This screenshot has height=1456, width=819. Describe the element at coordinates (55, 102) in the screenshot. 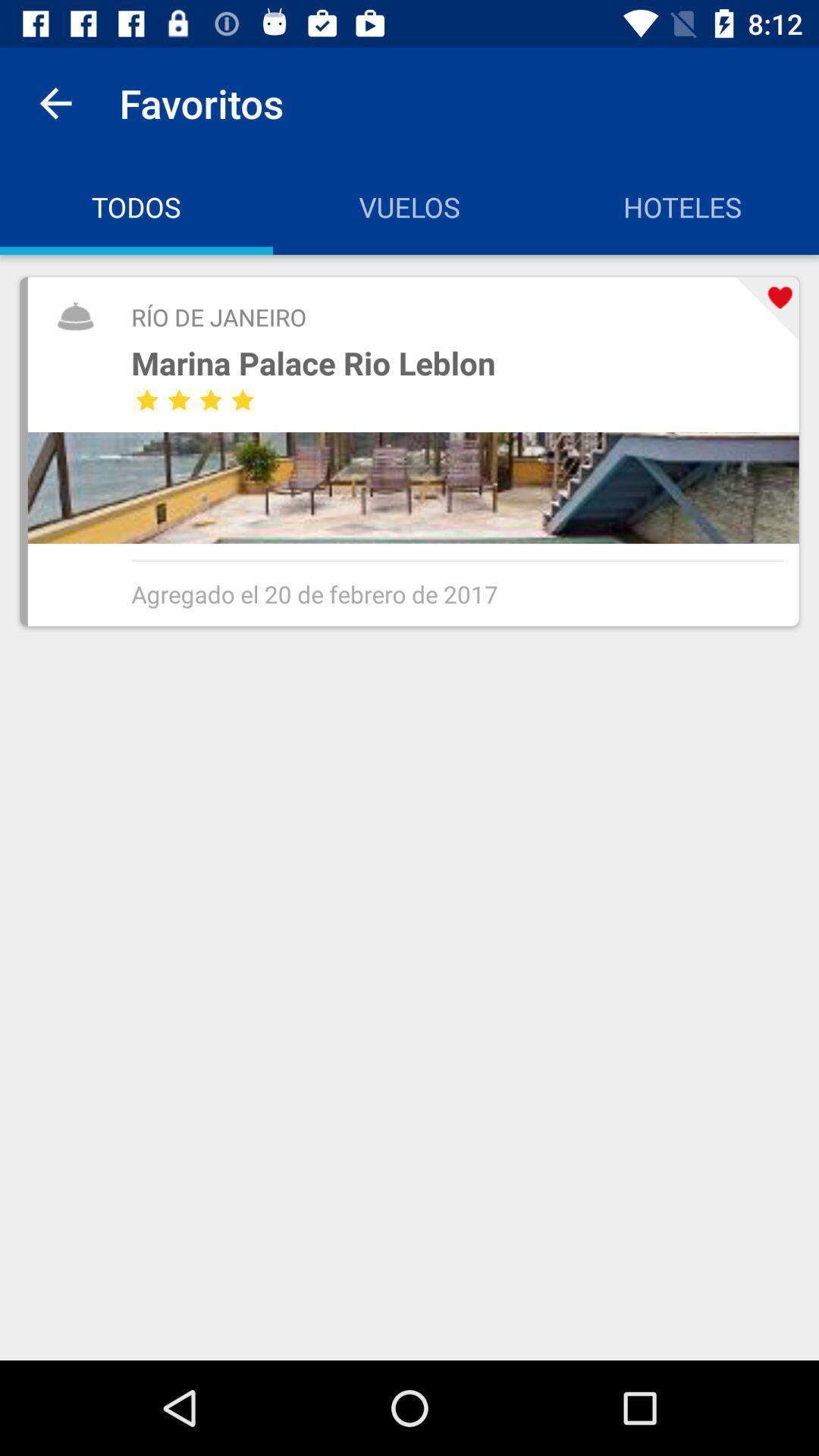

I see `the icon above todos` at that location.